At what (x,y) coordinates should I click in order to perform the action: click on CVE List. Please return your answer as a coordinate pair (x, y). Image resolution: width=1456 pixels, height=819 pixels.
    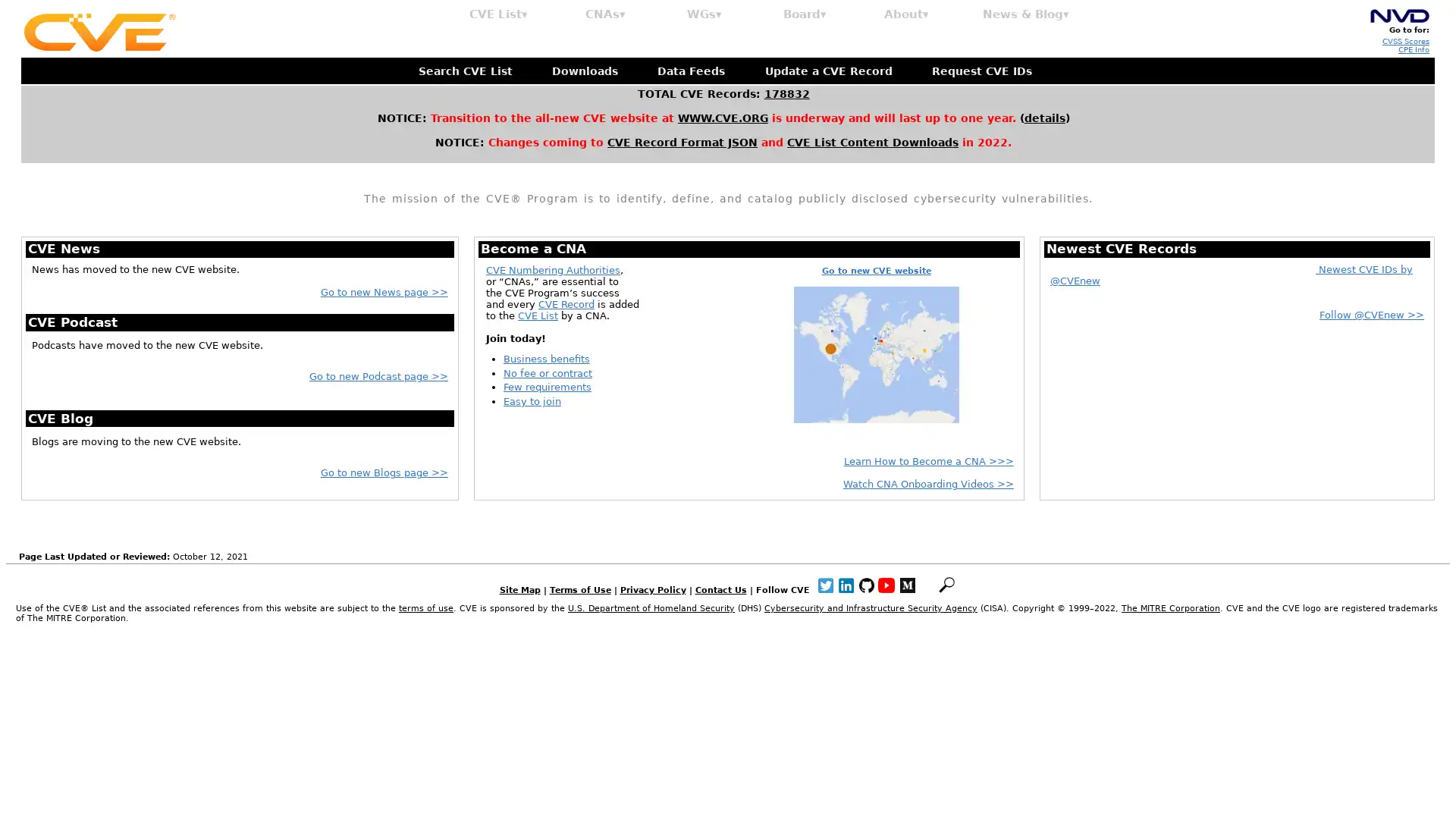
    Looking at the image, I should click on (498, 14).